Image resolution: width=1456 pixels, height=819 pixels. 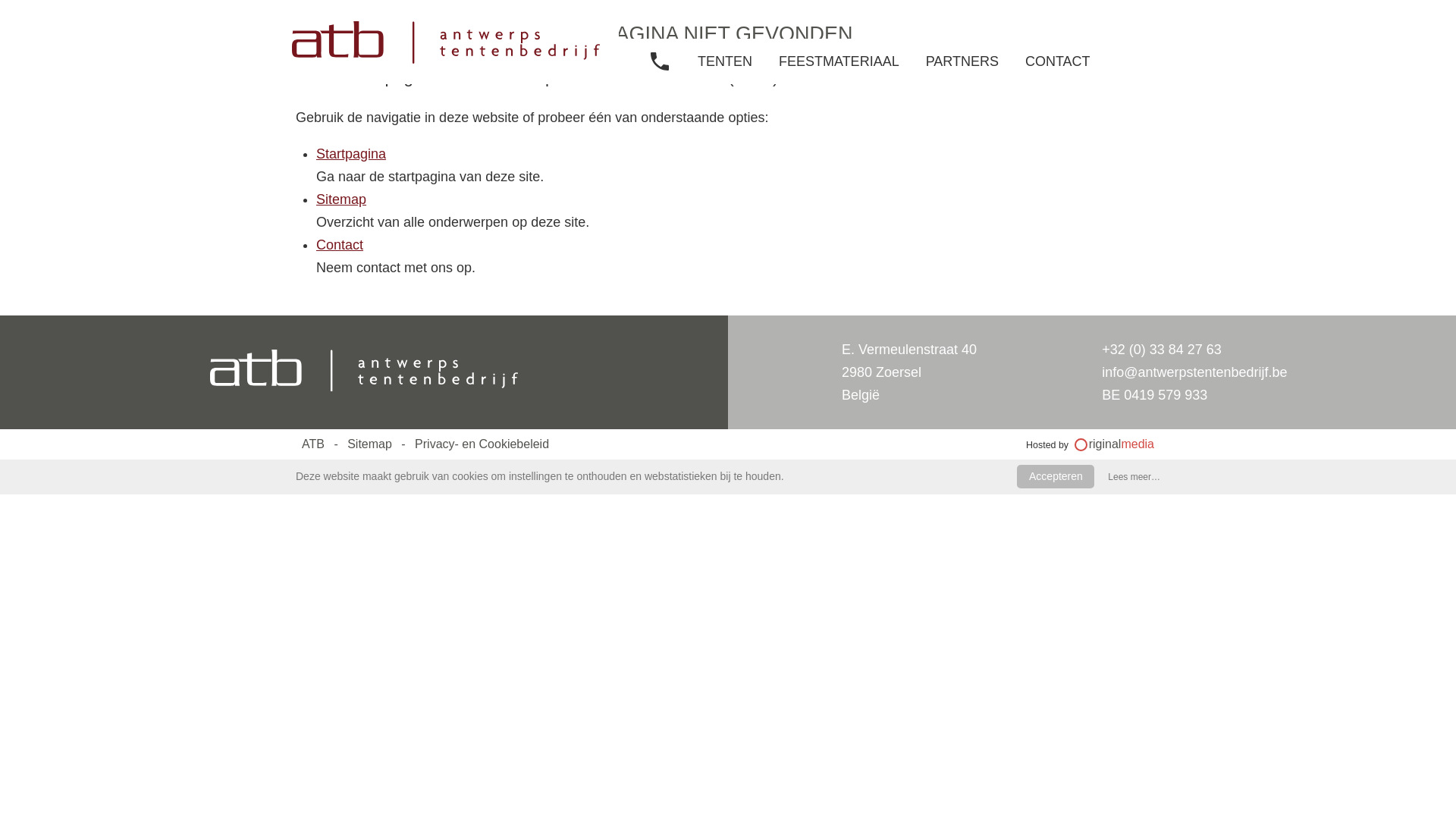 What do you see at coordinates (838, 61) in the screenshot?
I see `'FEESTMATERIAAL'` at bounding box center [838, 61].